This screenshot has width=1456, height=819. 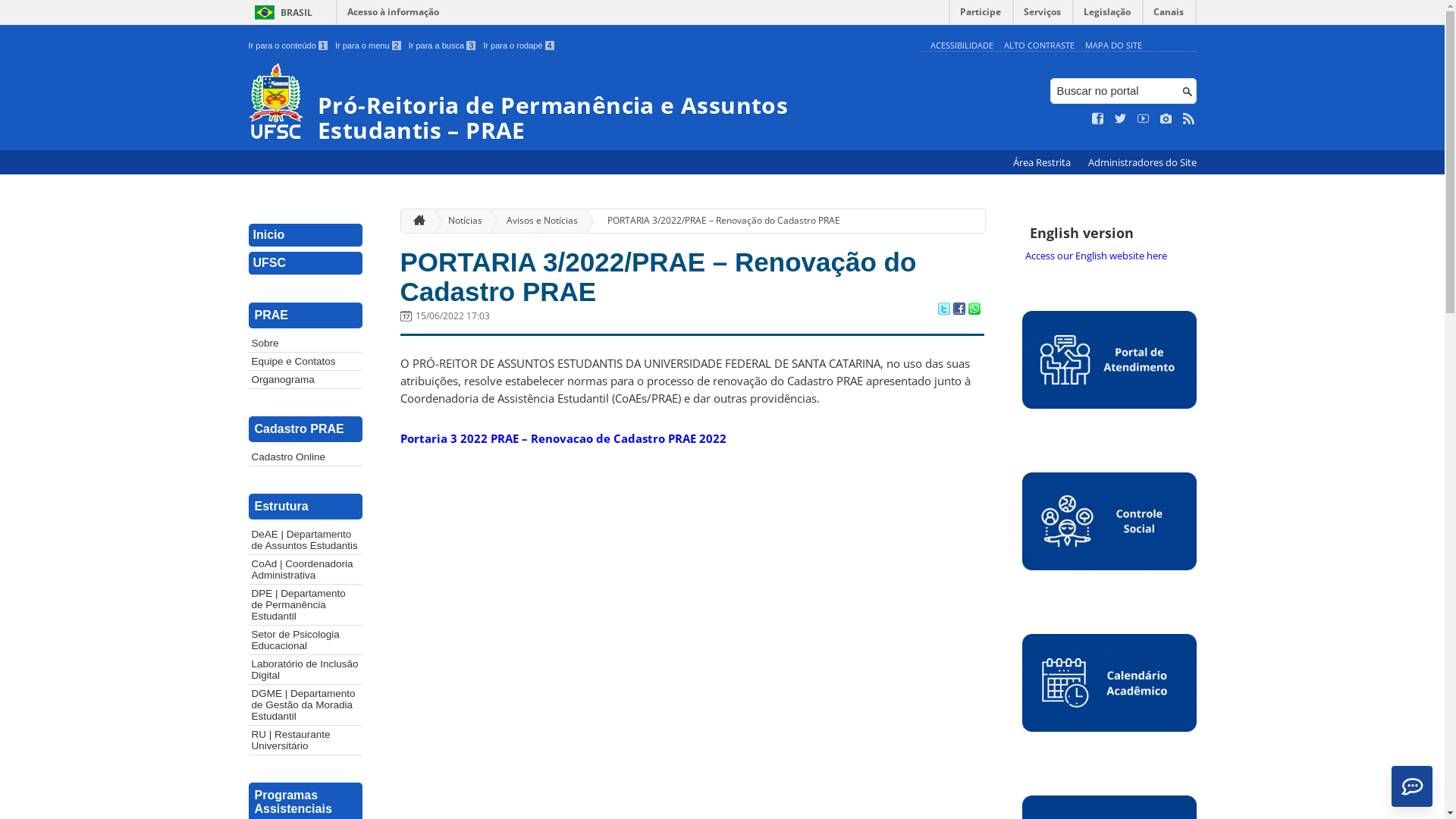 I want to click on 'CoAd | Coordenadoria Administrativa', so click(x=305, y=570).